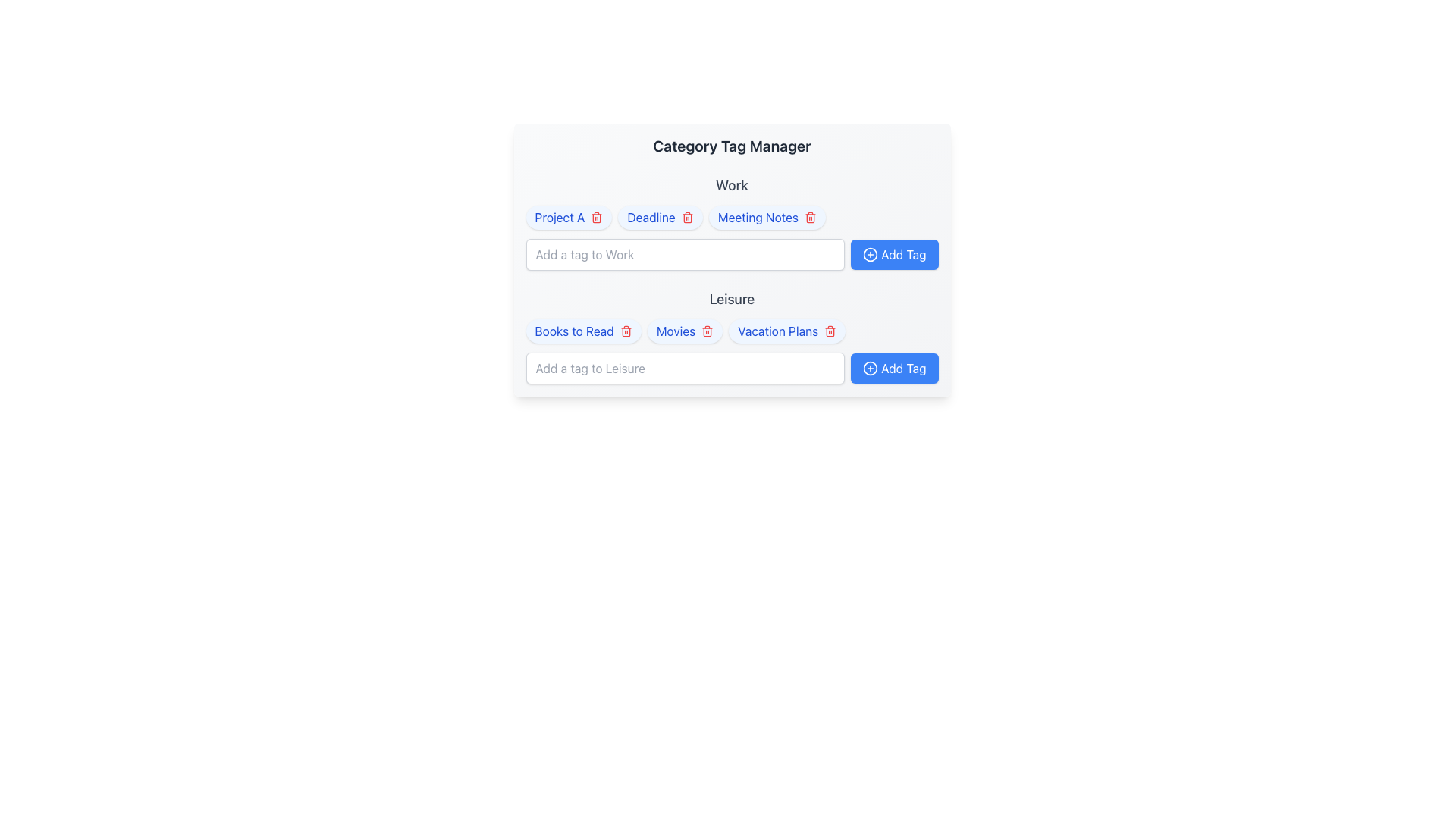 The image size is (1456, 819). Describe the element at coordinates (894, 253) in the screenshot. I see `the 'Add Tag' button, which has a blue background and white text, to initiate adding a tag` at that location.